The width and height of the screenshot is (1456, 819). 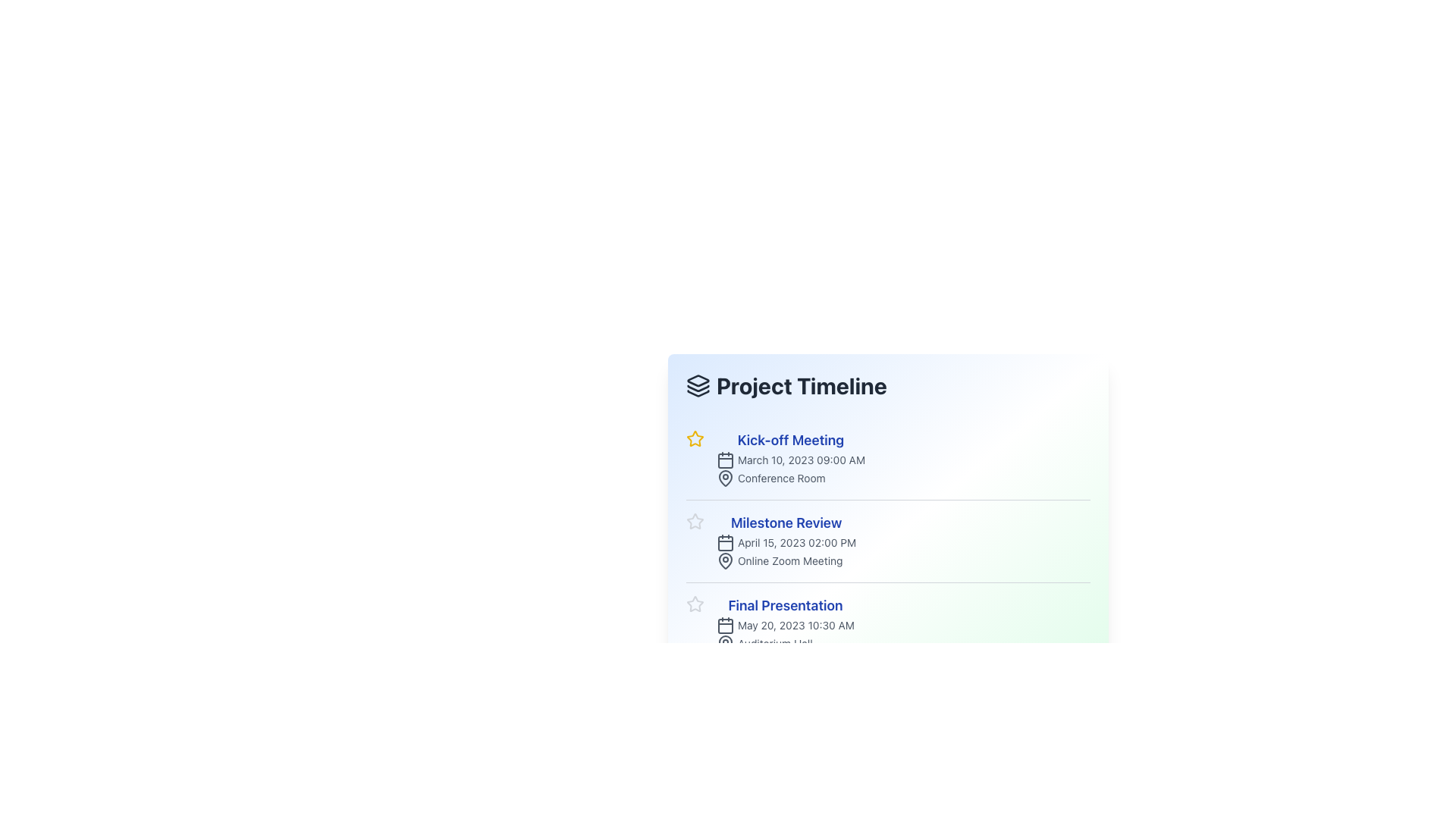 I want to click on the 'Kick-off Meeting' text element, which is styled in large bold blue font and located at the top of the 'Project Timeline' section, so click(x=789, y=441).